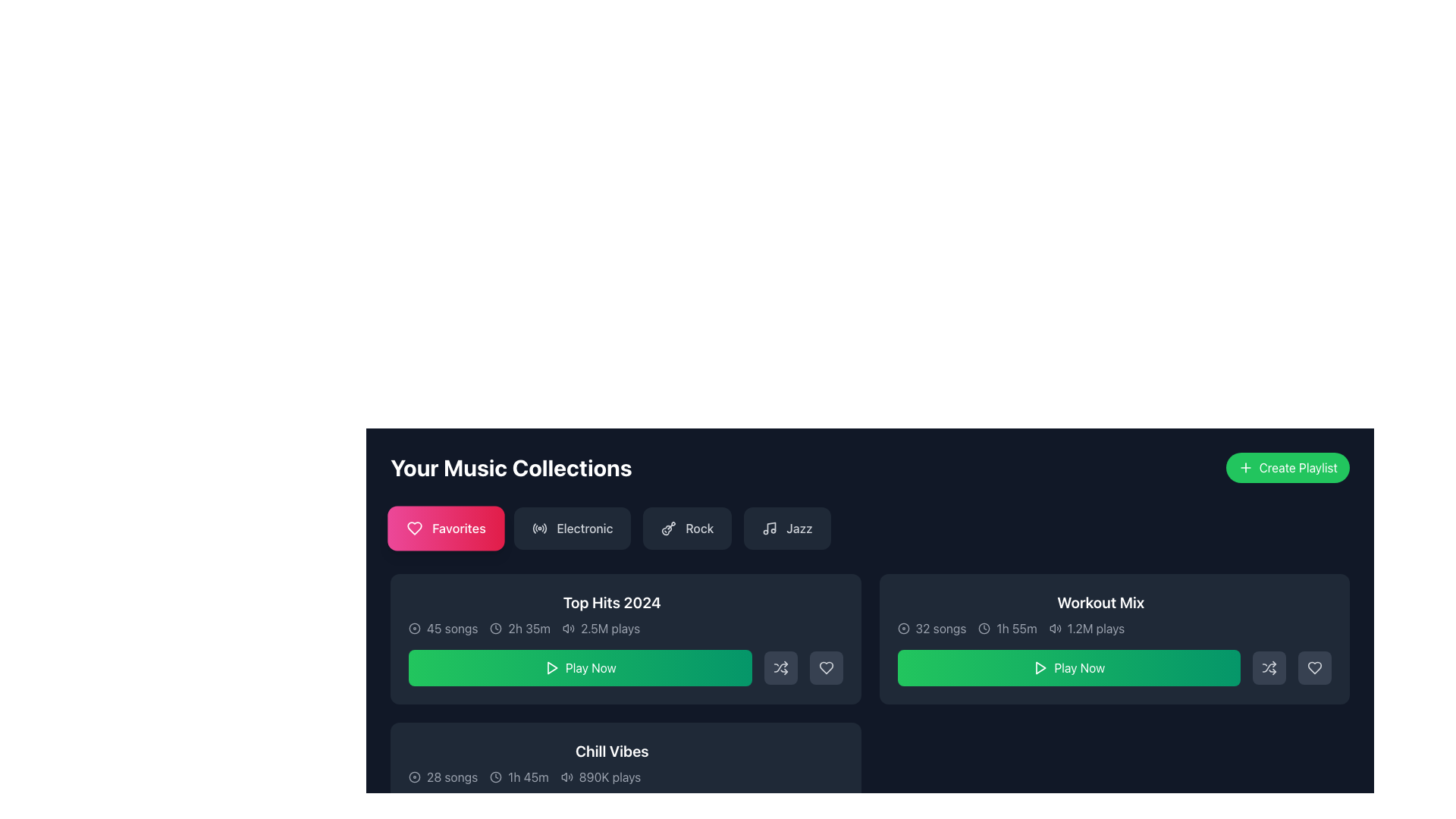 The height and width of the screenshot is (819, 1456). I want to click on the text label stating '32 songs' located in the 'Workout Mix' card's header, which is adjacent to the disc icon symbolizing music tracks, so click(930, 629).